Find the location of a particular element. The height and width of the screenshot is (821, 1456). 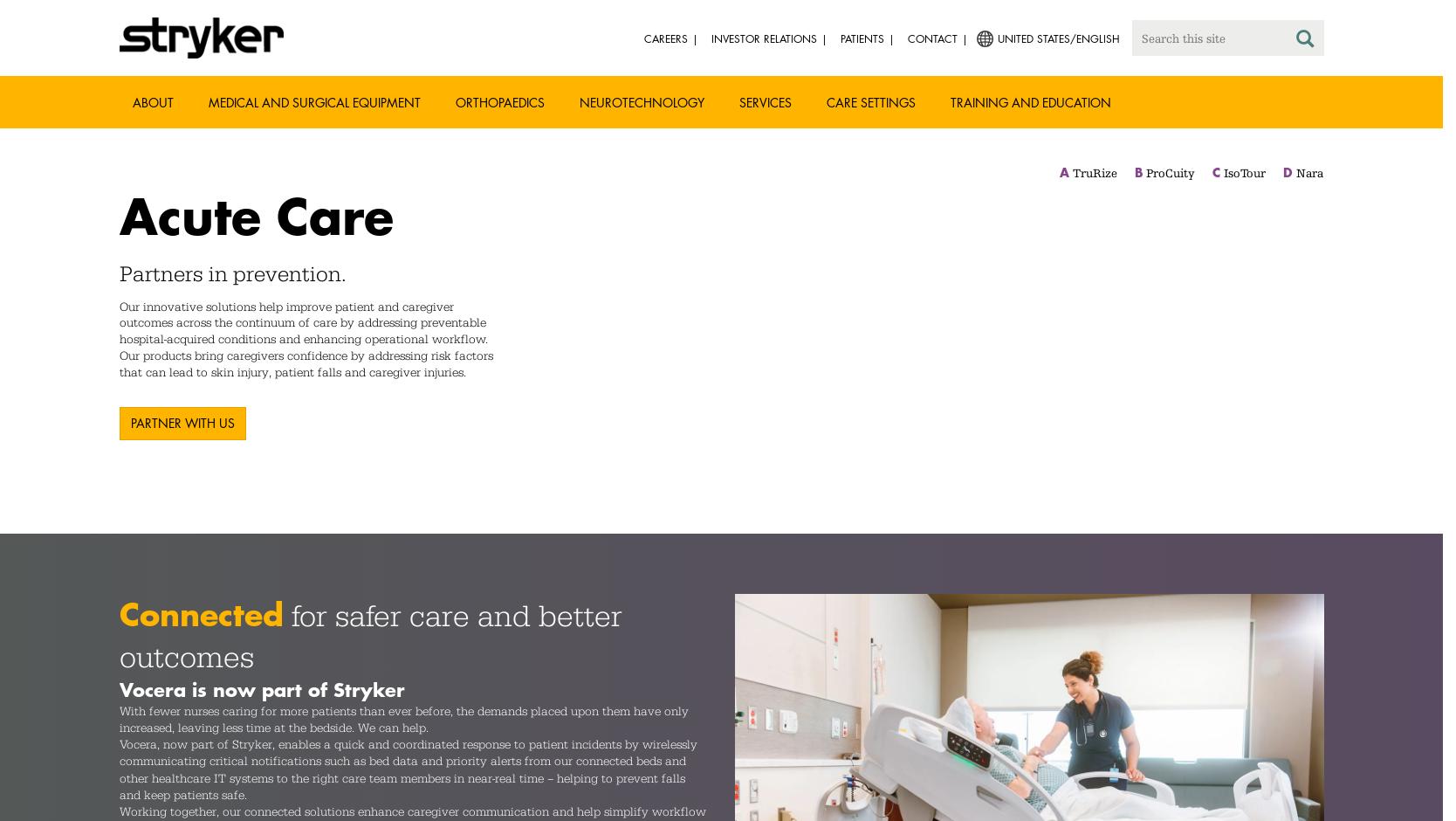

'IsoTour' is located at coordinates (1219, 171).